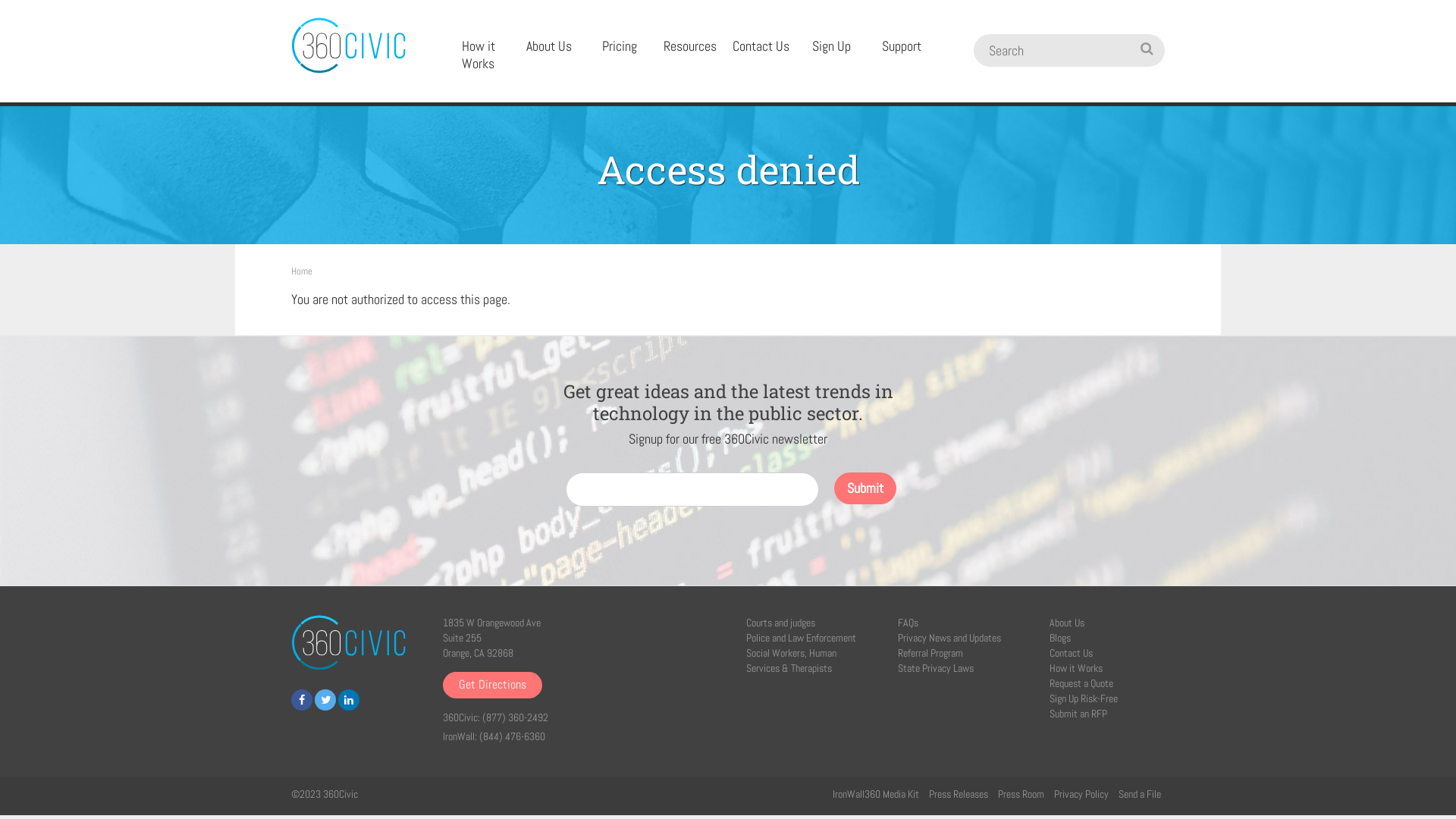 The height and width of the screenshot is (819, 1456). What do you see at coordinates (1075, 667) in the screenshot?
I see `'How it Works'` at bounding box center [1075, 667].